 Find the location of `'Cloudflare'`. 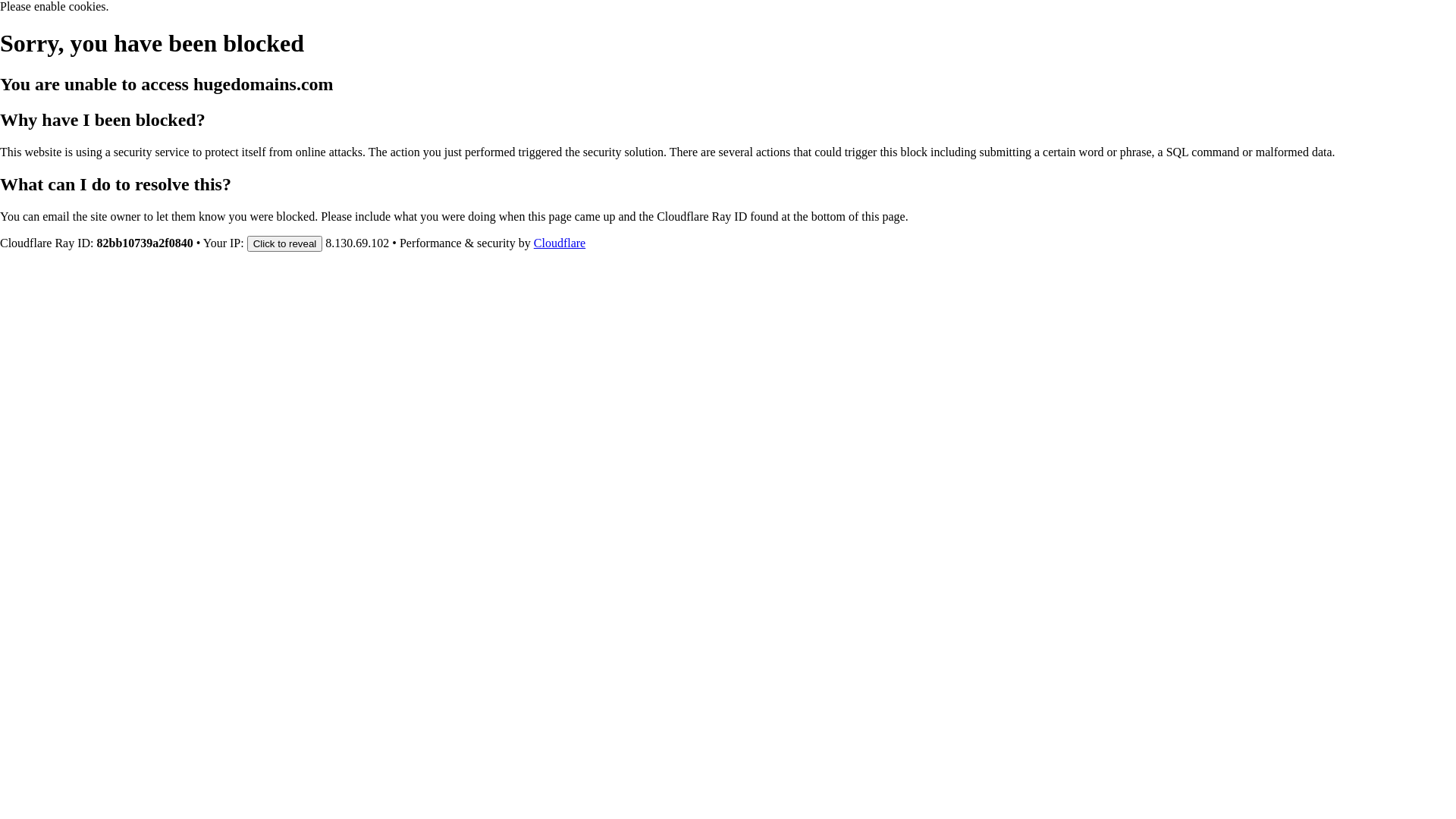

'Cloudflare' is located at coordinates (559, 242).